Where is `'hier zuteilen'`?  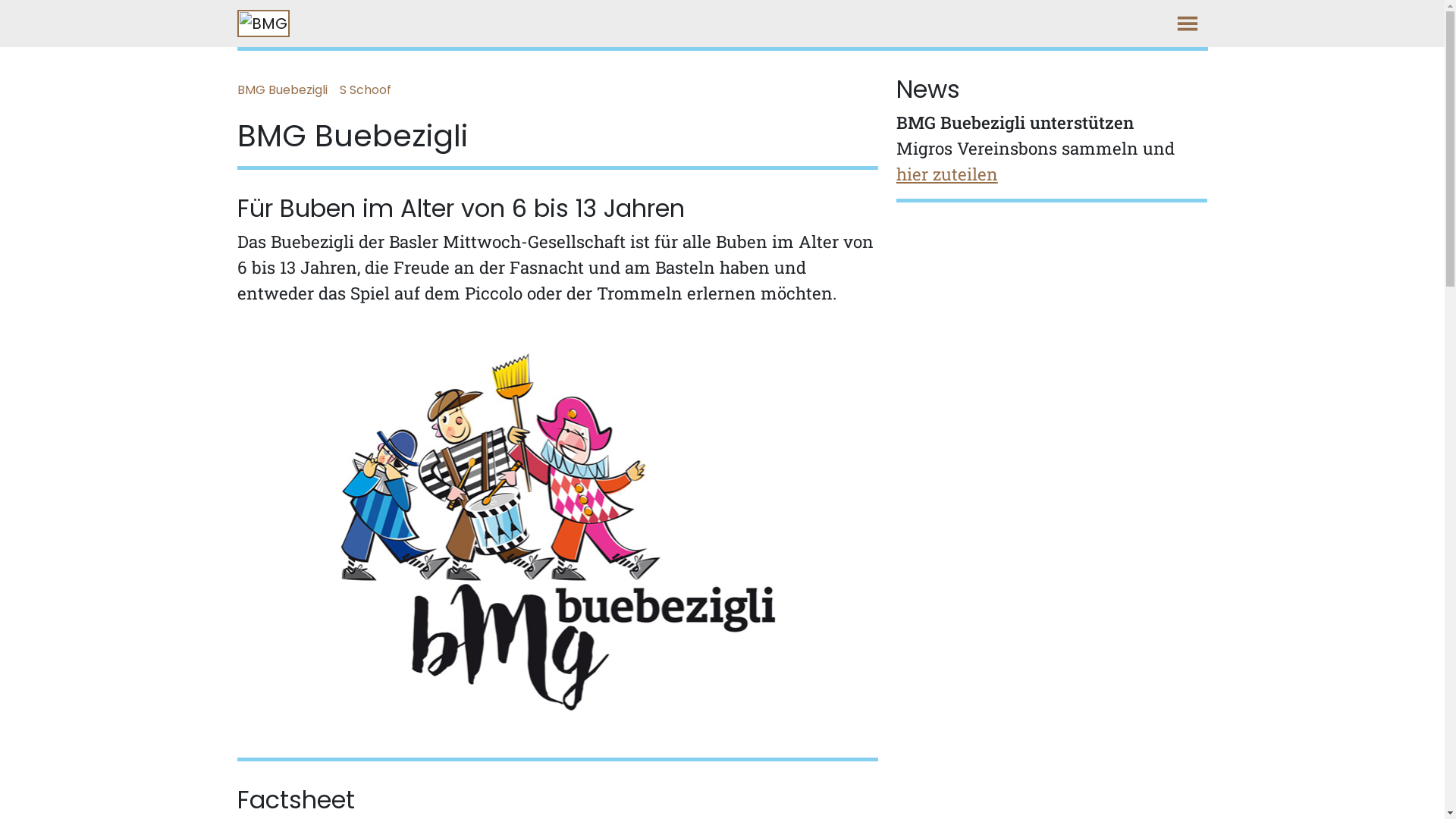 'hier zuteilen' is located at coordinates (946, 173).